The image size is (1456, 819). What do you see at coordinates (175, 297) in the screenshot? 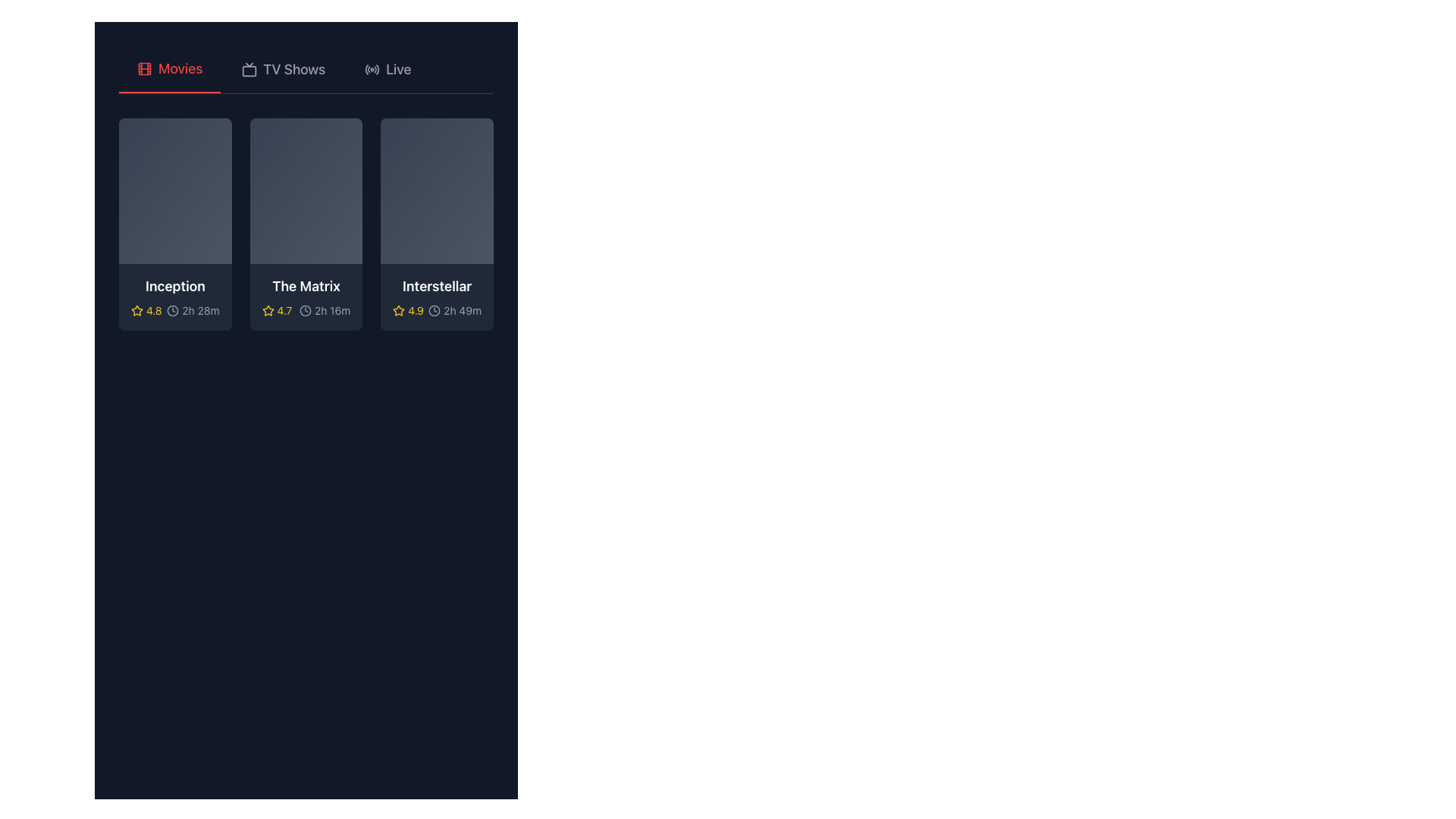
I see `the first Info Card displaying movie information in the lower section` at bounding box center [175, 297].